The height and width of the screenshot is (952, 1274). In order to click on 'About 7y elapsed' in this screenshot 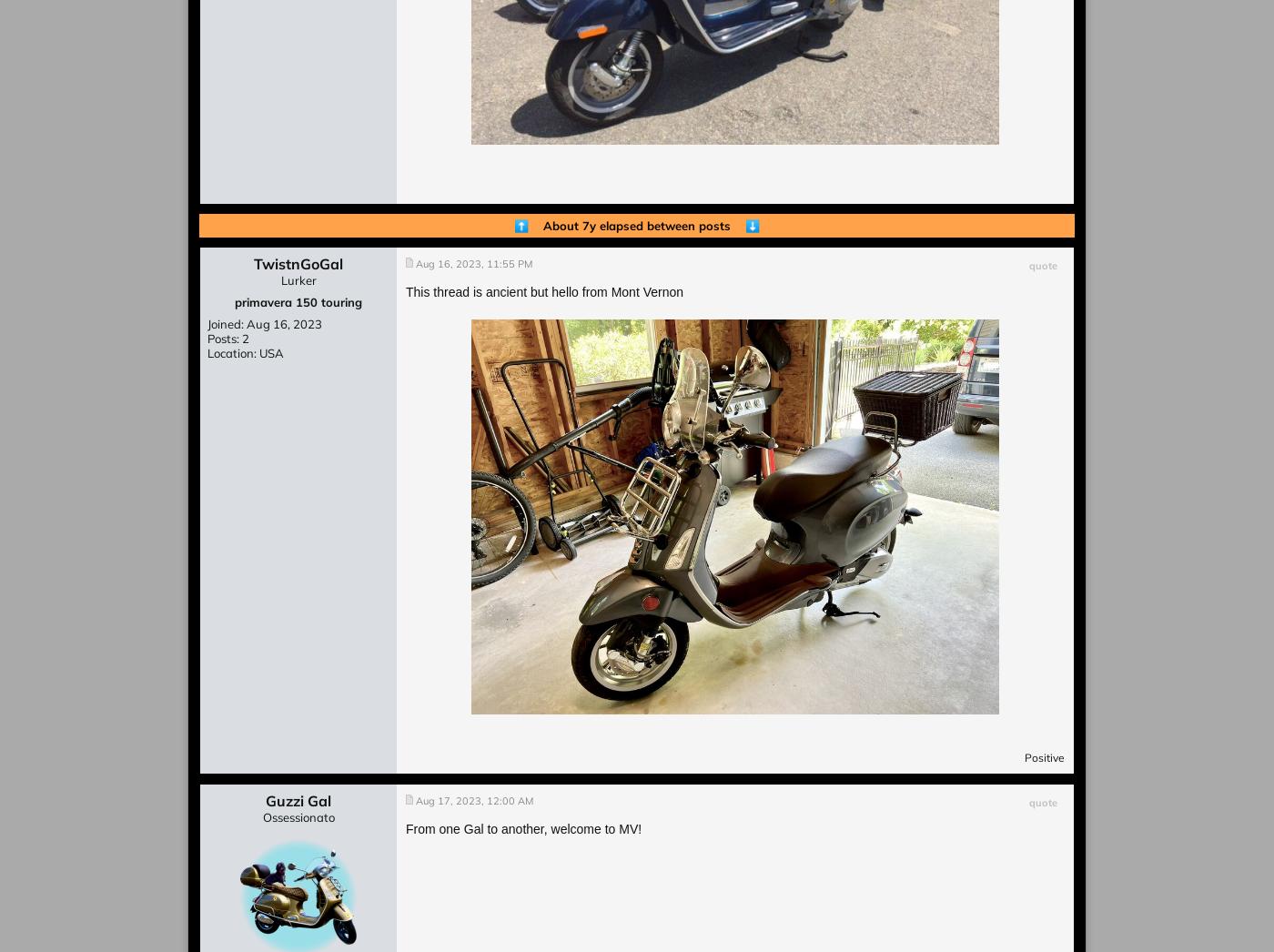, I will do `click(540, 223)`.